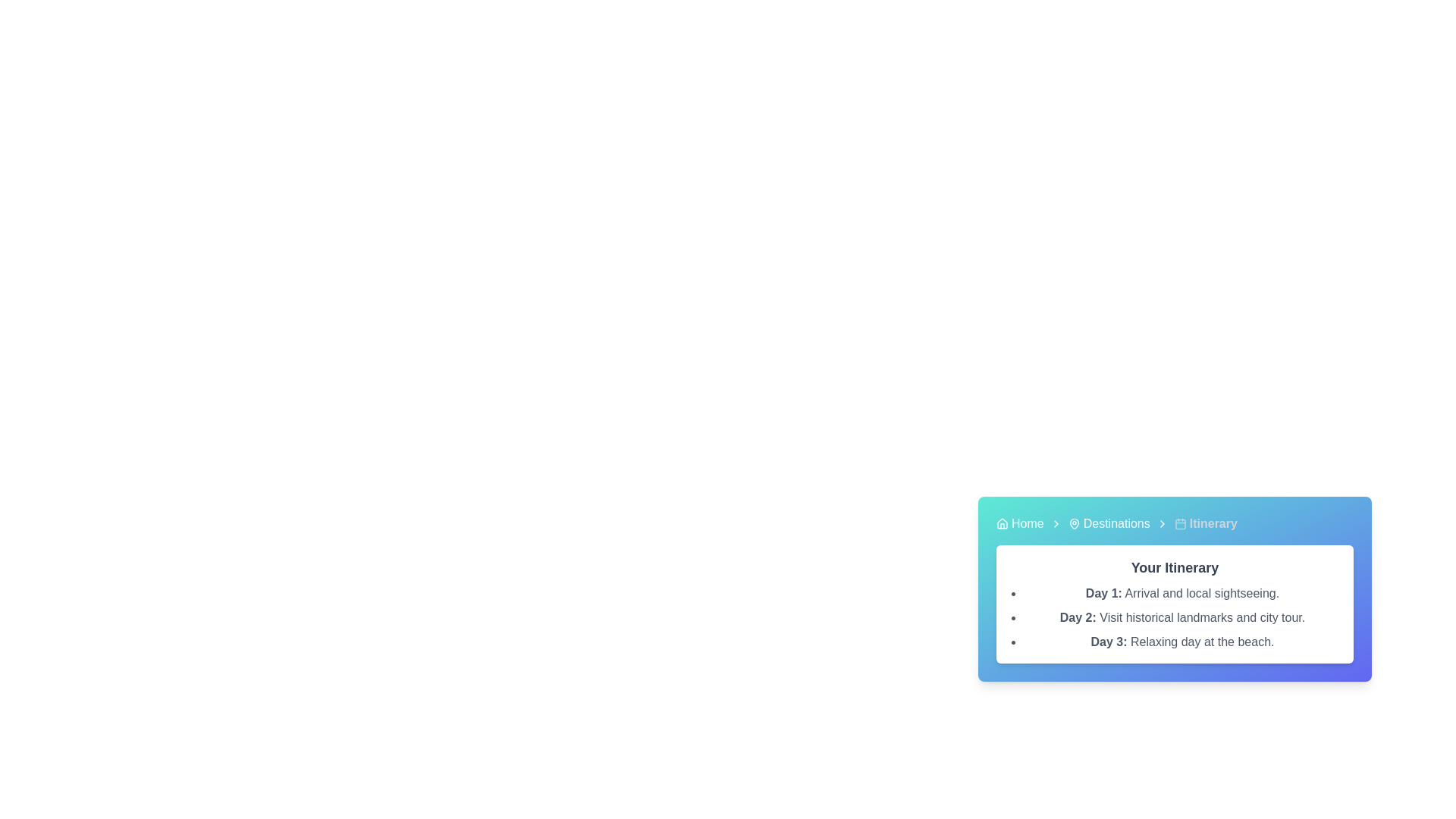 This screenshot has width=1456, height=819. I want to click on the breadcrumb item located at the far left of the breadcrumb navigation bar, so click(1020, 522).